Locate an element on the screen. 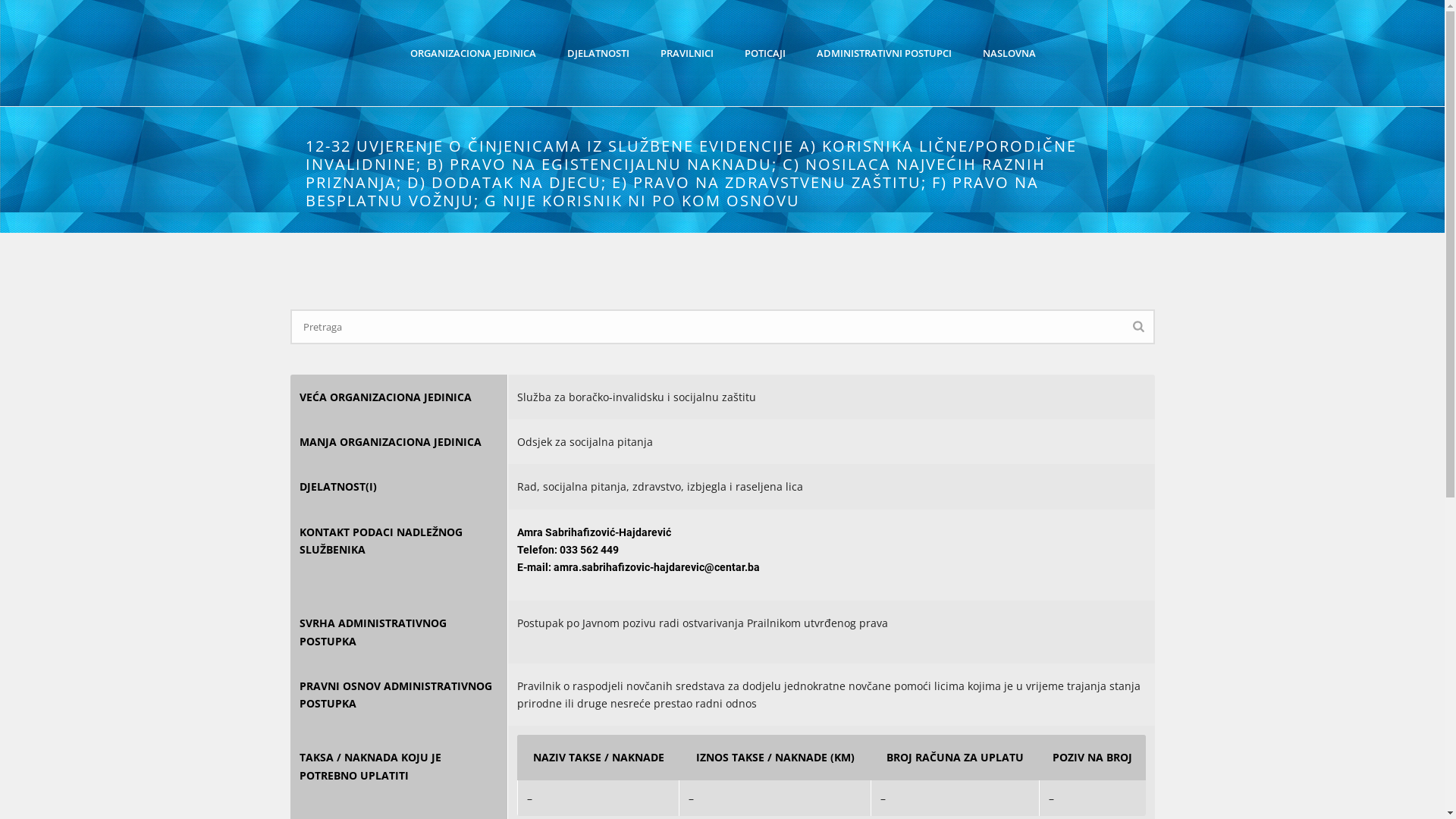  'ADMINISTRATIVNI POSTUPCI' is located at coordinates (800, 52).